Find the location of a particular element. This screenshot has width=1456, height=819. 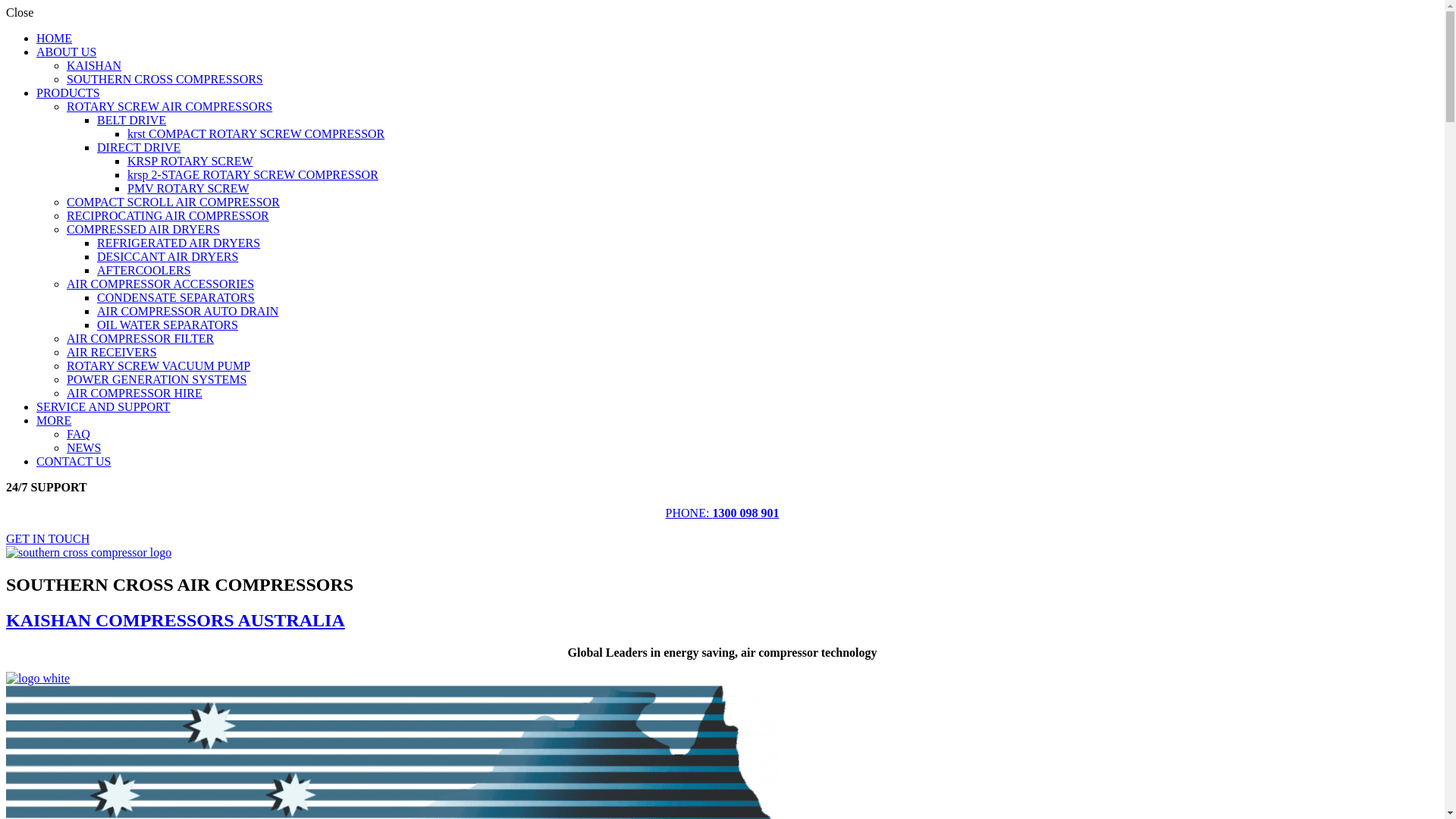

'POWER GENERATION SYSTEMS' is located at coordinates (65, 378).